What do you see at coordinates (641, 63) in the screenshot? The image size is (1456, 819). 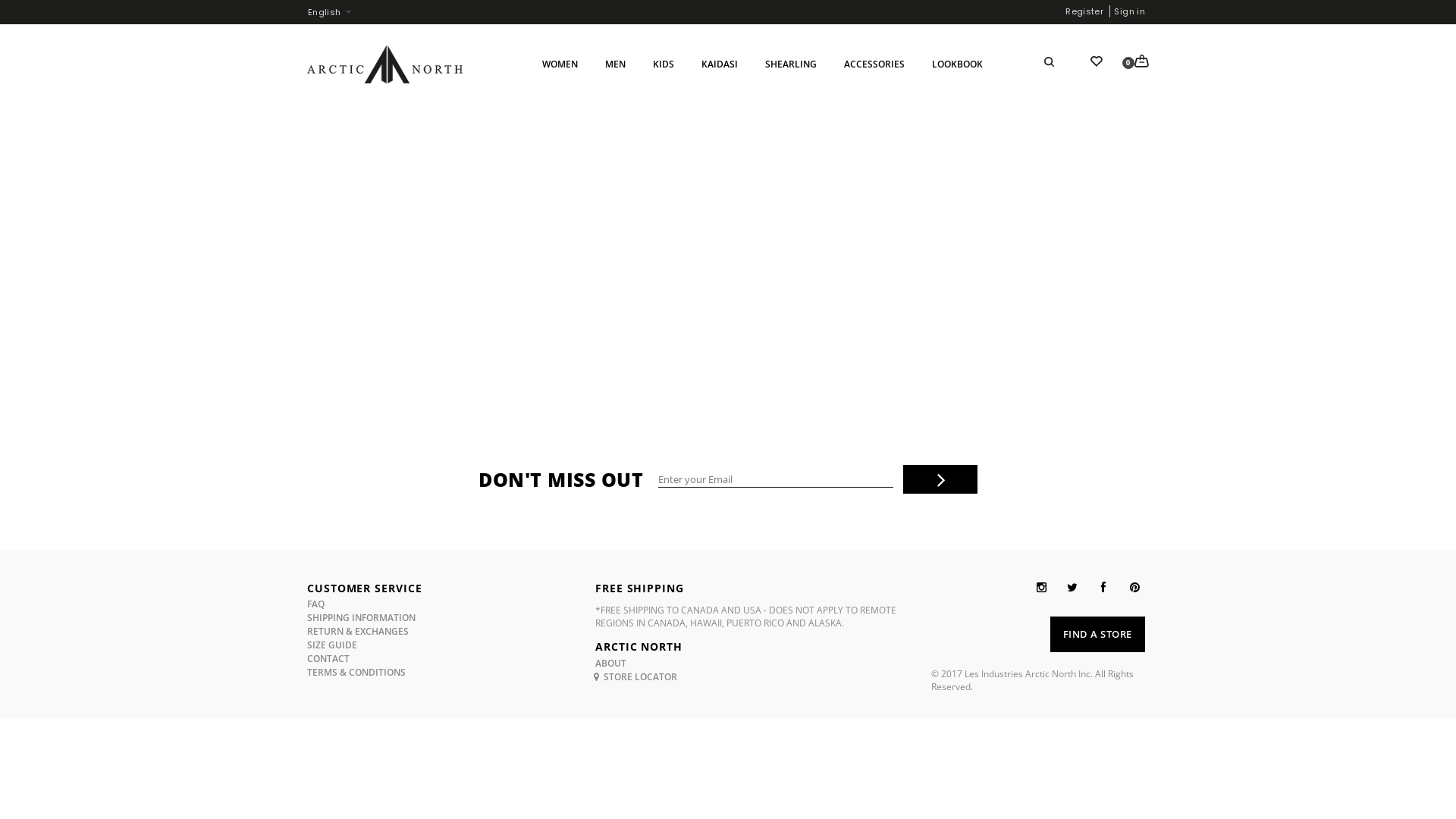 I see `'KIDS'` at bounding box center [641, 63].